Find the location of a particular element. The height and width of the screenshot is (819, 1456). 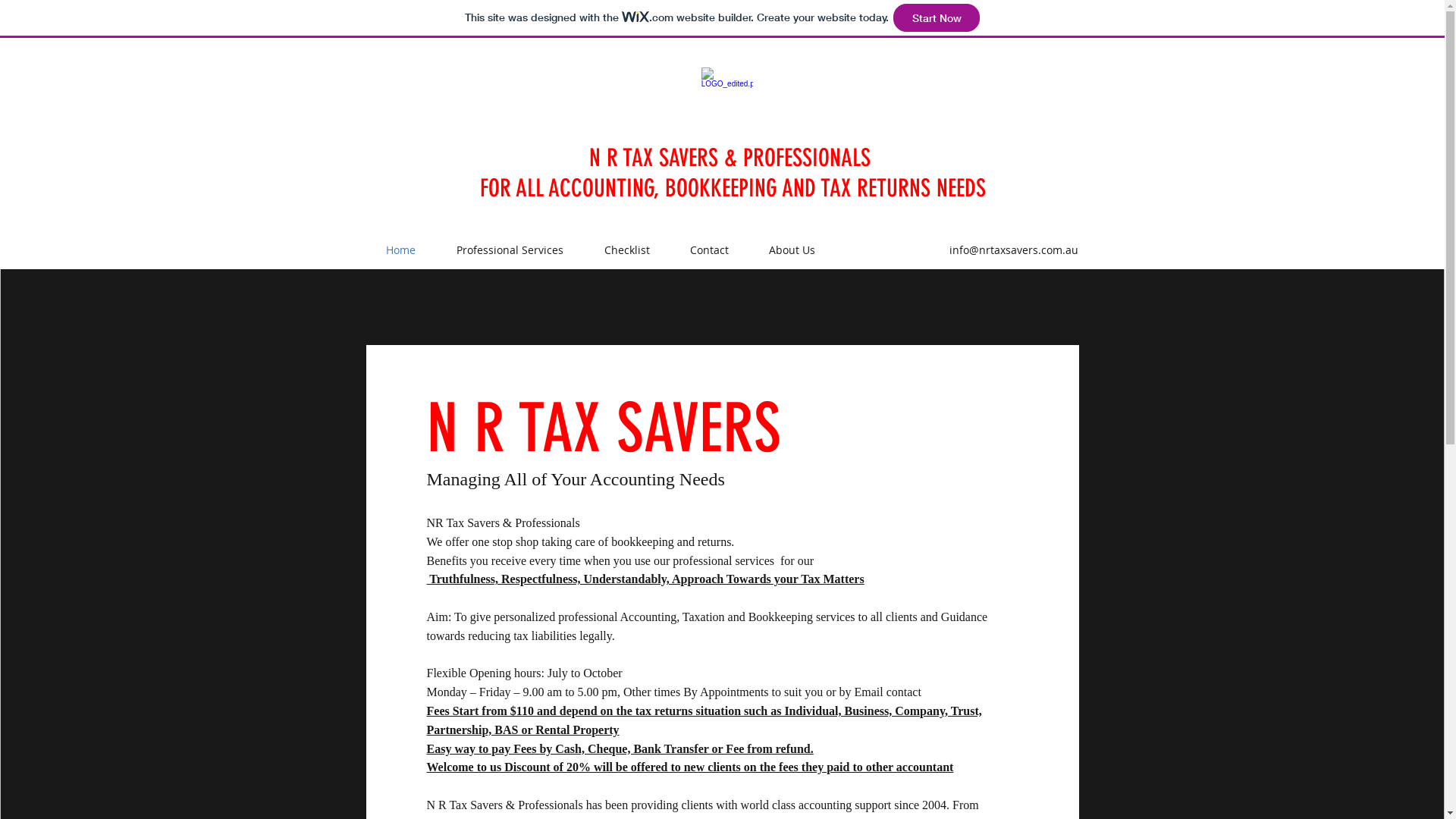

'Home' is located at coordinates (400, 249).